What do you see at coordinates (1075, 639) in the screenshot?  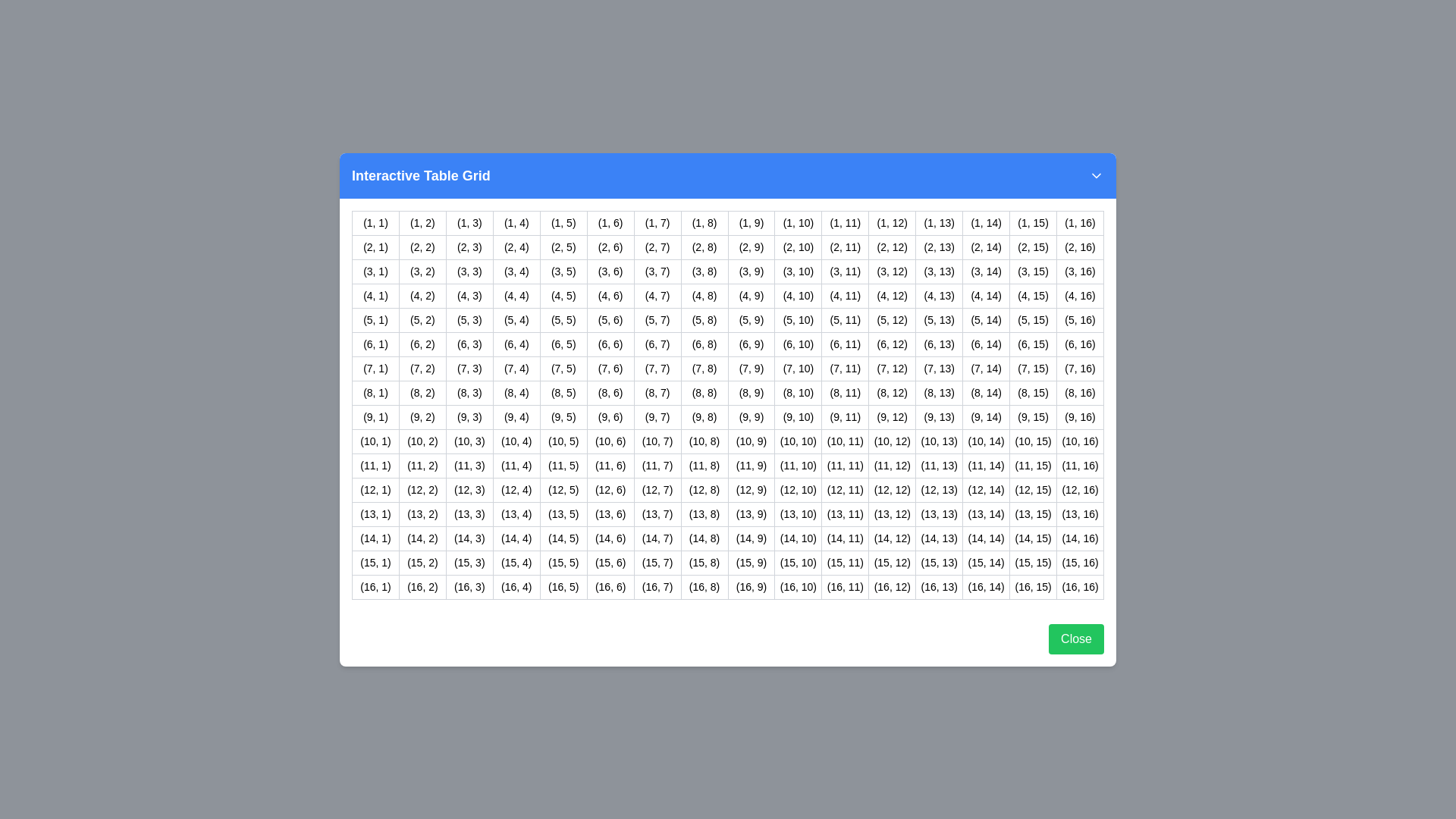 I see `the close button in the dialog footer` at bounding box center [1075, 639].